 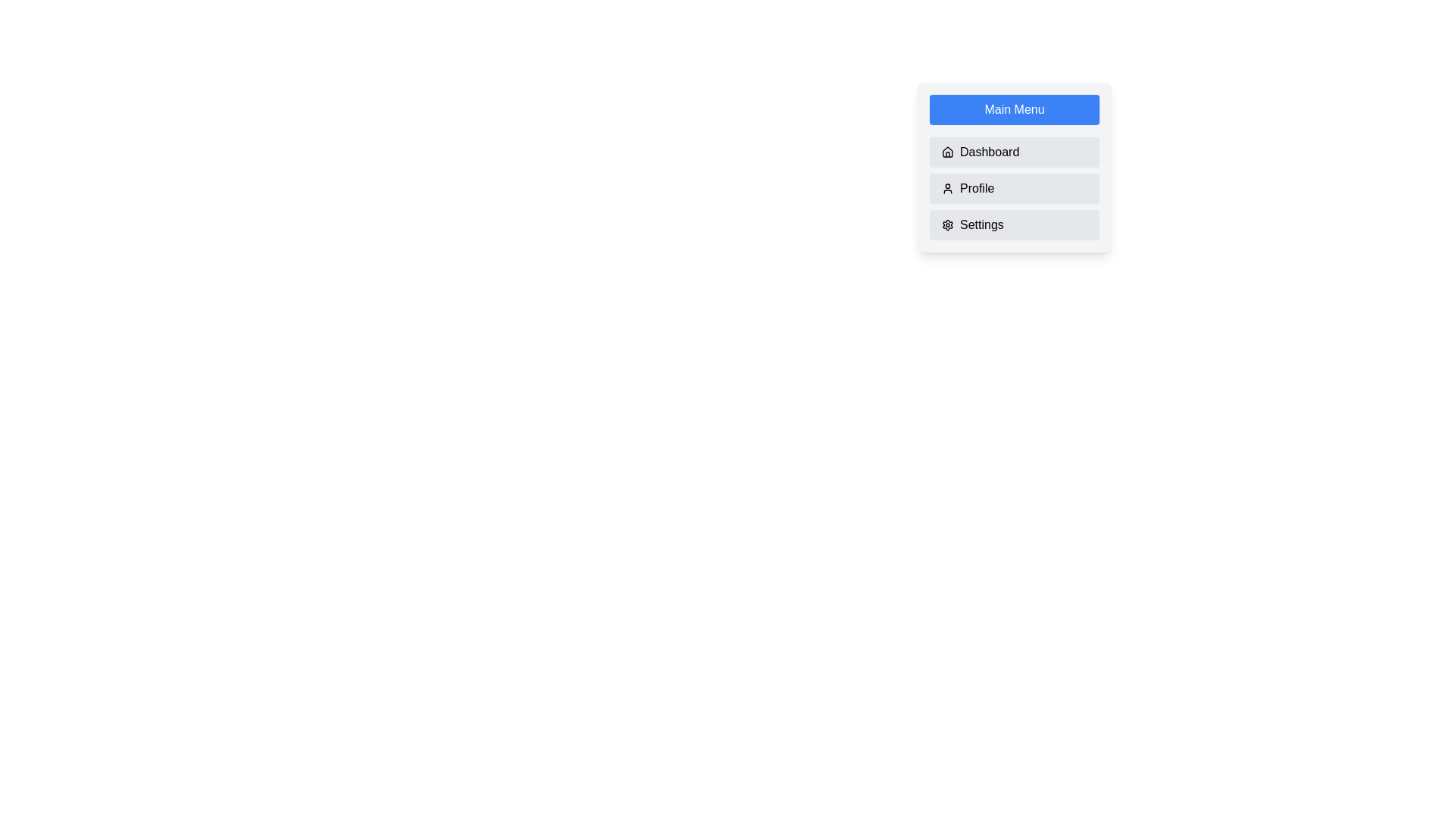 I want to click on the 'Settings' button in the menu, so click(x=1015, y=225).